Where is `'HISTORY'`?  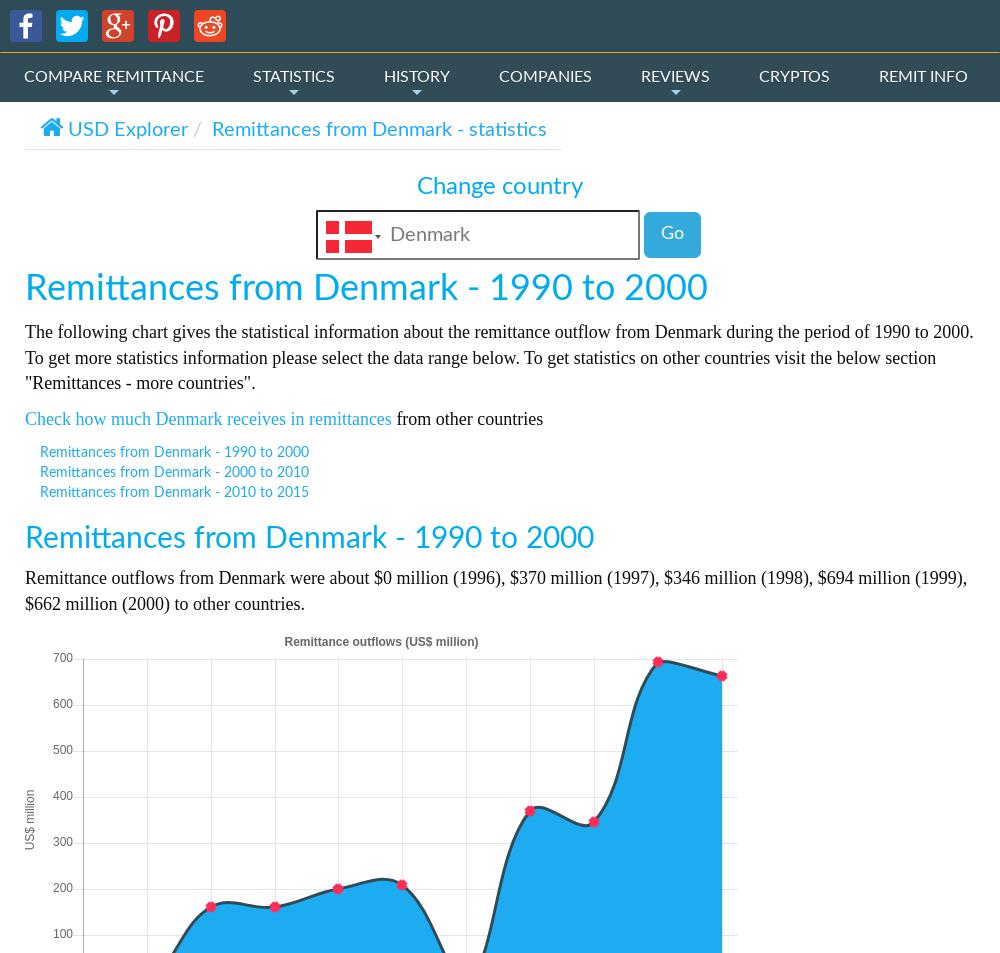 'HISTORY' is located at coordinates (417, 76).